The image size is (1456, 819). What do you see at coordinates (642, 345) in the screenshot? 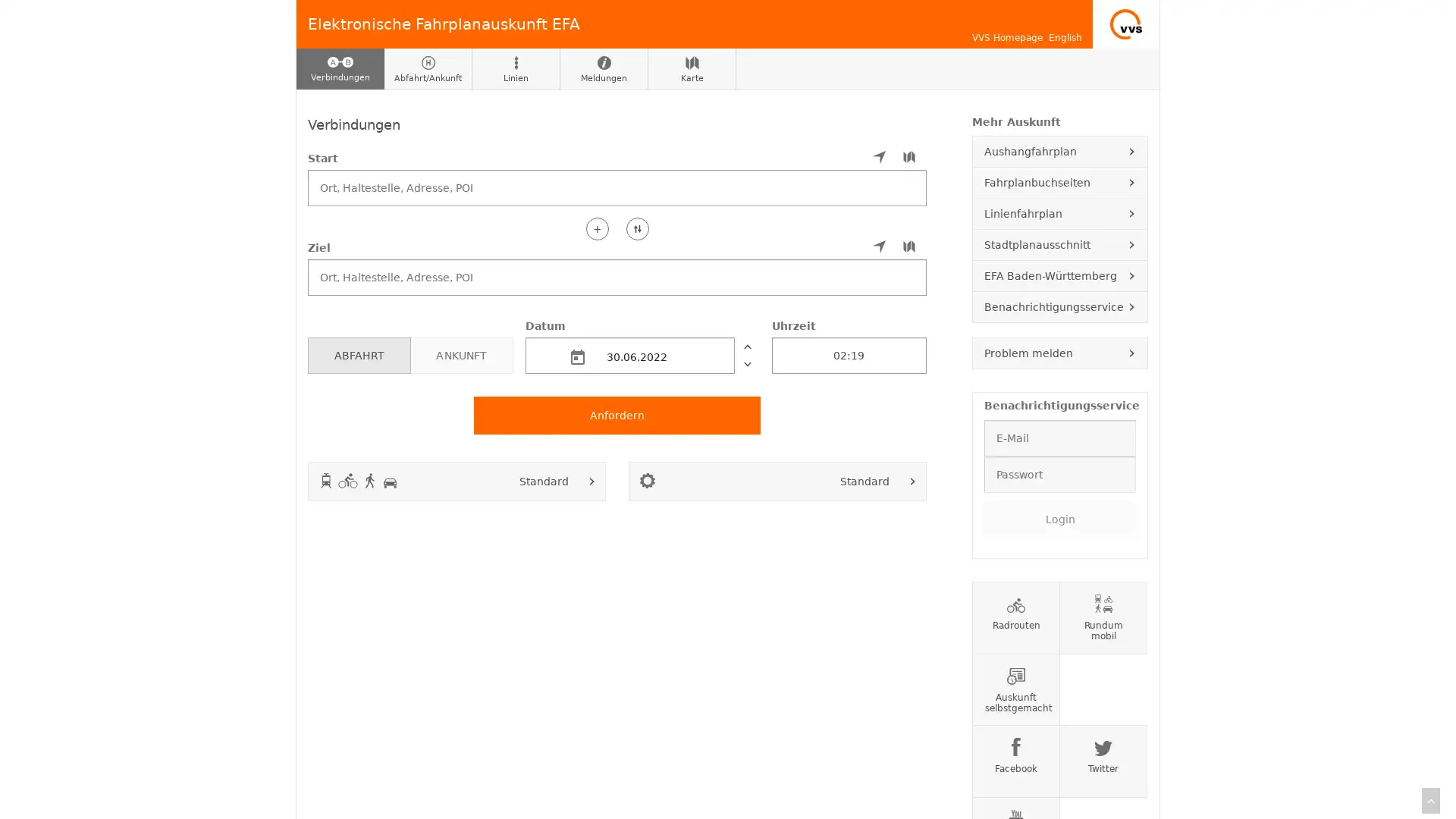
I see `Datum 30.06.2022 vorher nachher` at bounding box center [642, 345].